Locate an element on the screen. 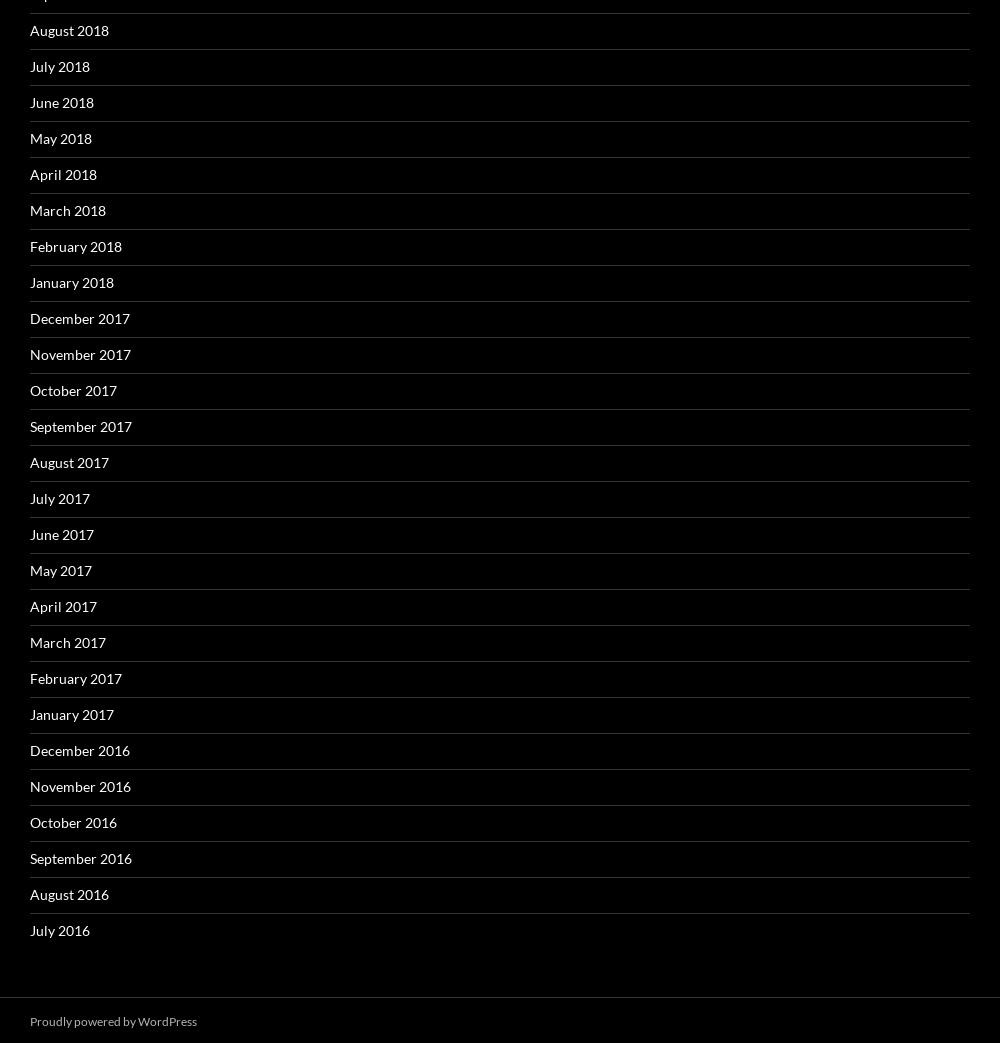 The height and width of the screenshot is (1043, 1000). 'December 2016' is located at coordinates (79, 749).